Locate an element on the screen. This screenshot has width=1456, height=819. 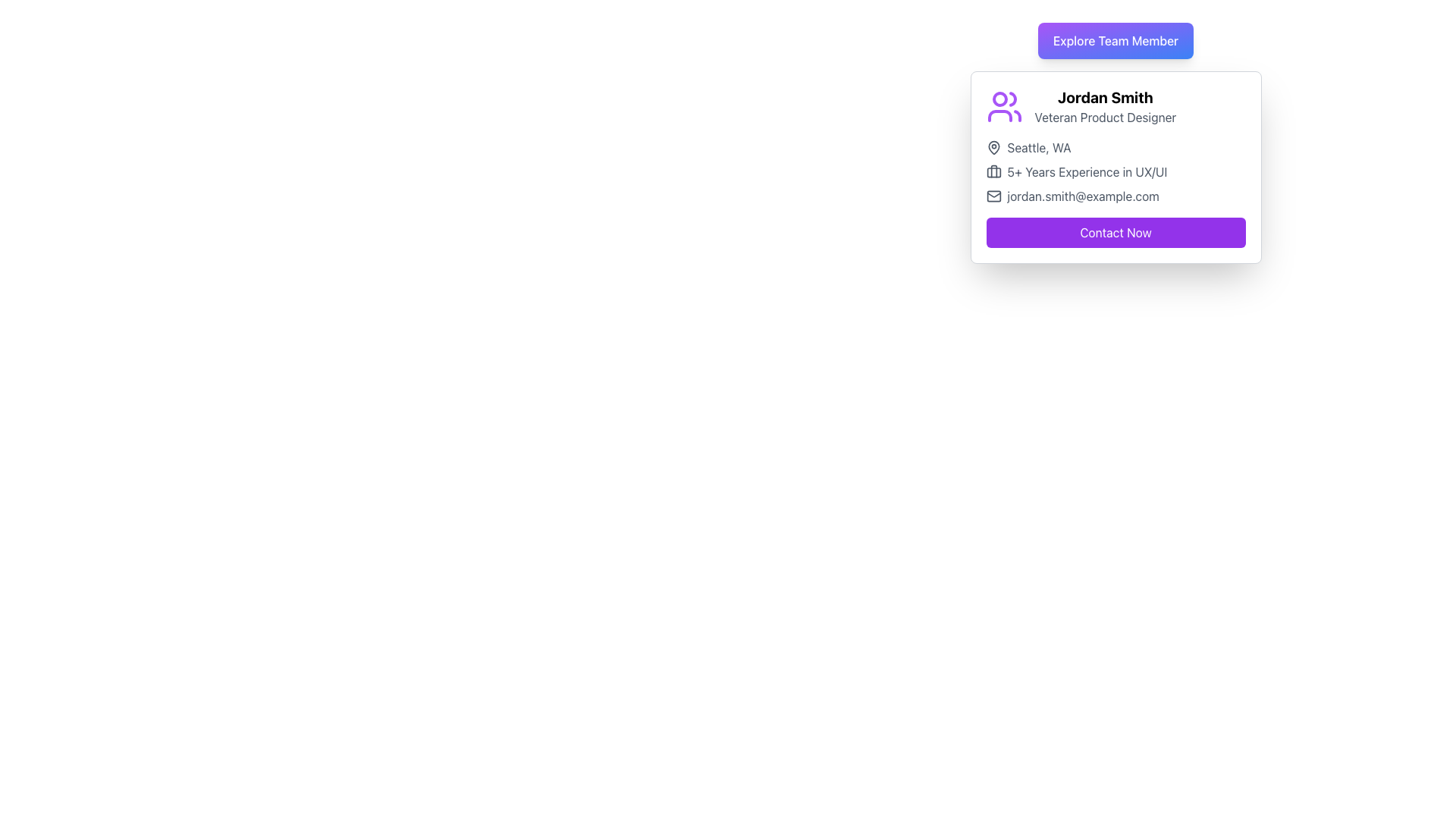
the decorative icon located to the left of the email address 'jordan.smith@example.com' is located at coordinates (993, 195).